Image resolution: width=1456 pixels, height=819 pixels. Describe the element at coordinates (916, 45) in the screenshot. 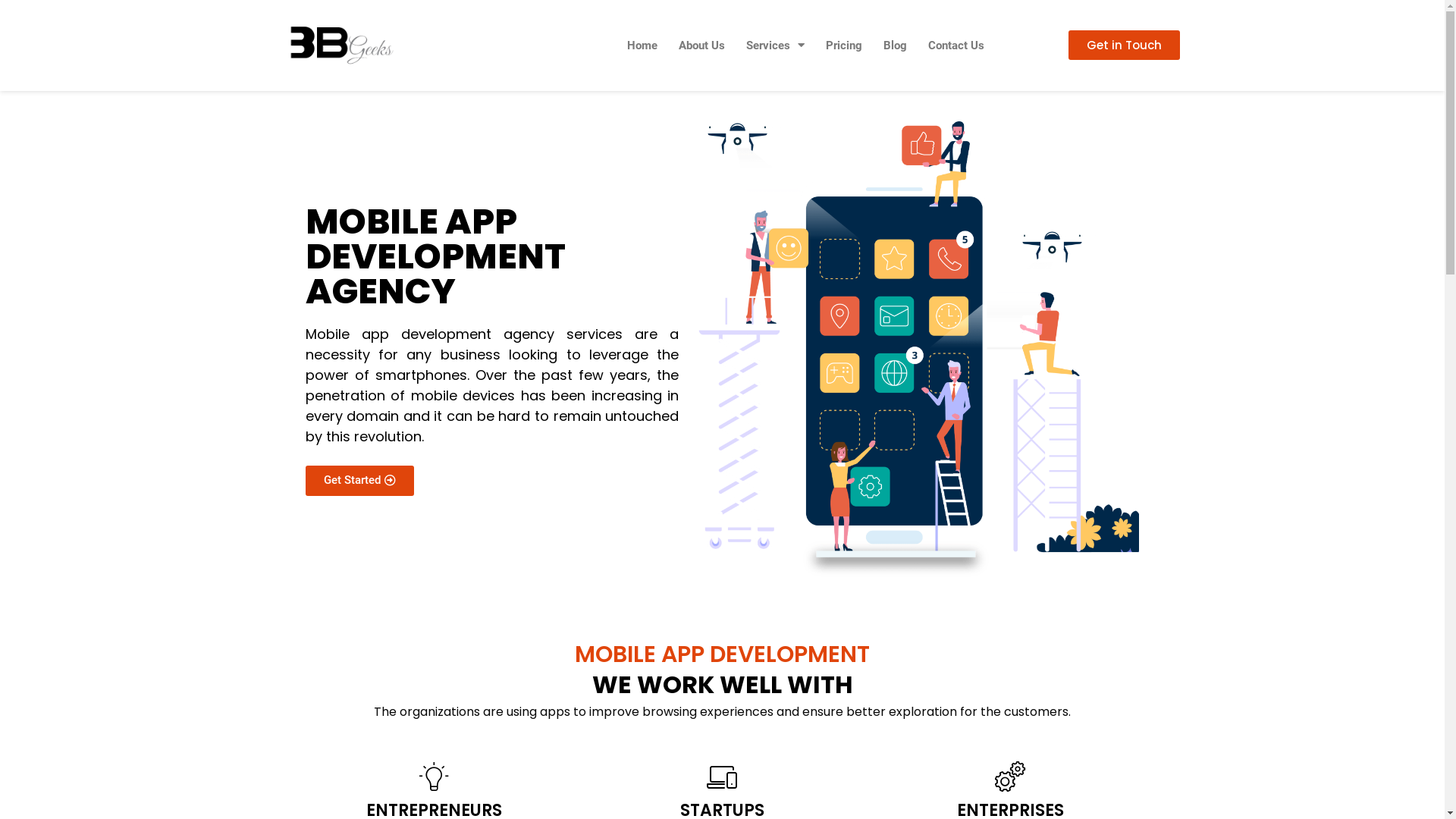

I see `'Contact Us'` at that location.